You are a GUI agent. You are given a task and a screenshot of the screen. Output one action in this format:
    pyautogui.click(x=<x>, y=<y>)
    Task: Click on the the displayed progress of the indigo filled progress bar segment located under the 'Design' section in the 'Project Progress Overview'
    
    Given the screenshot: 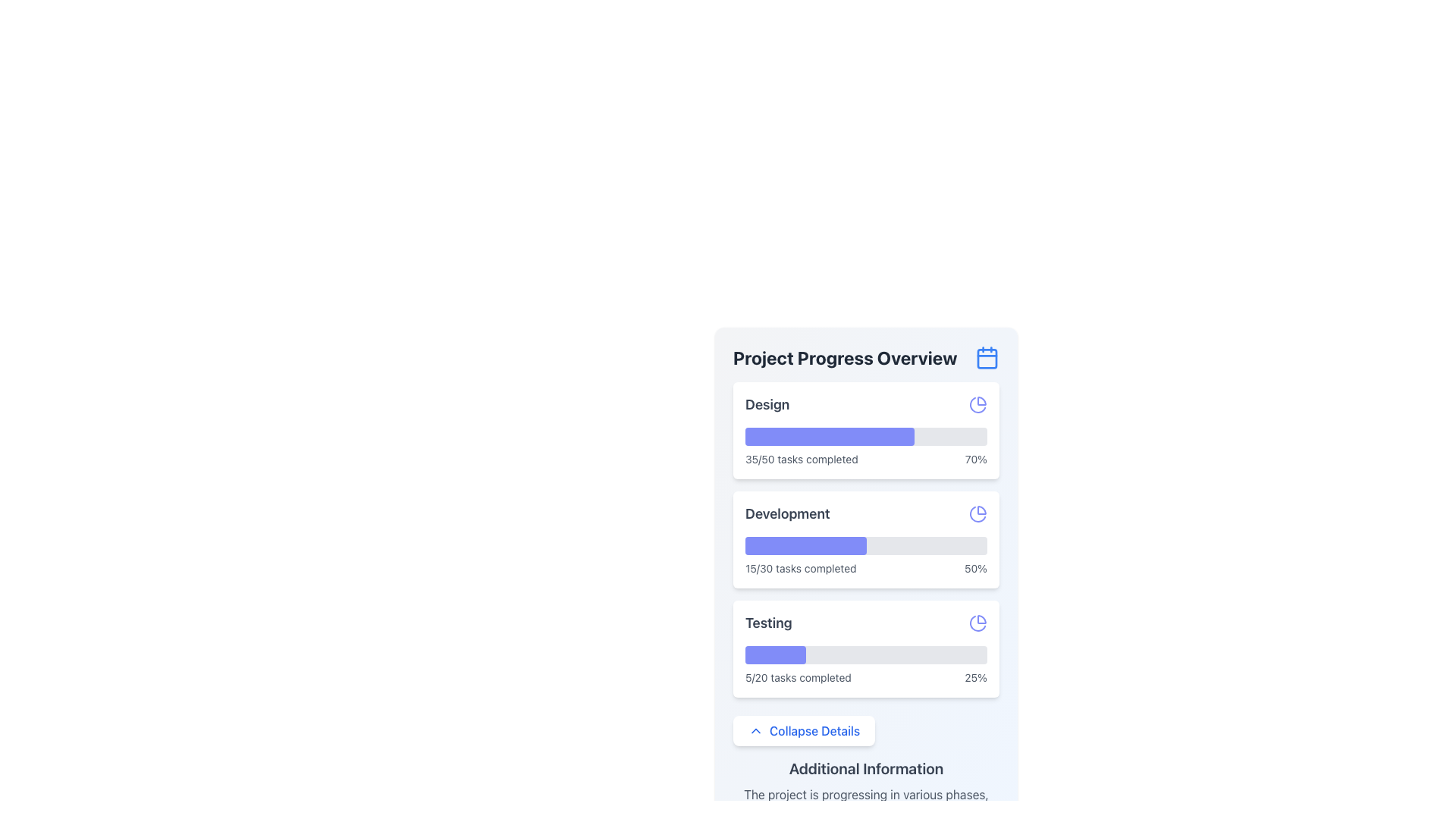 What is the action you would take?
    pyautogui.click(x=829, y=436)
    